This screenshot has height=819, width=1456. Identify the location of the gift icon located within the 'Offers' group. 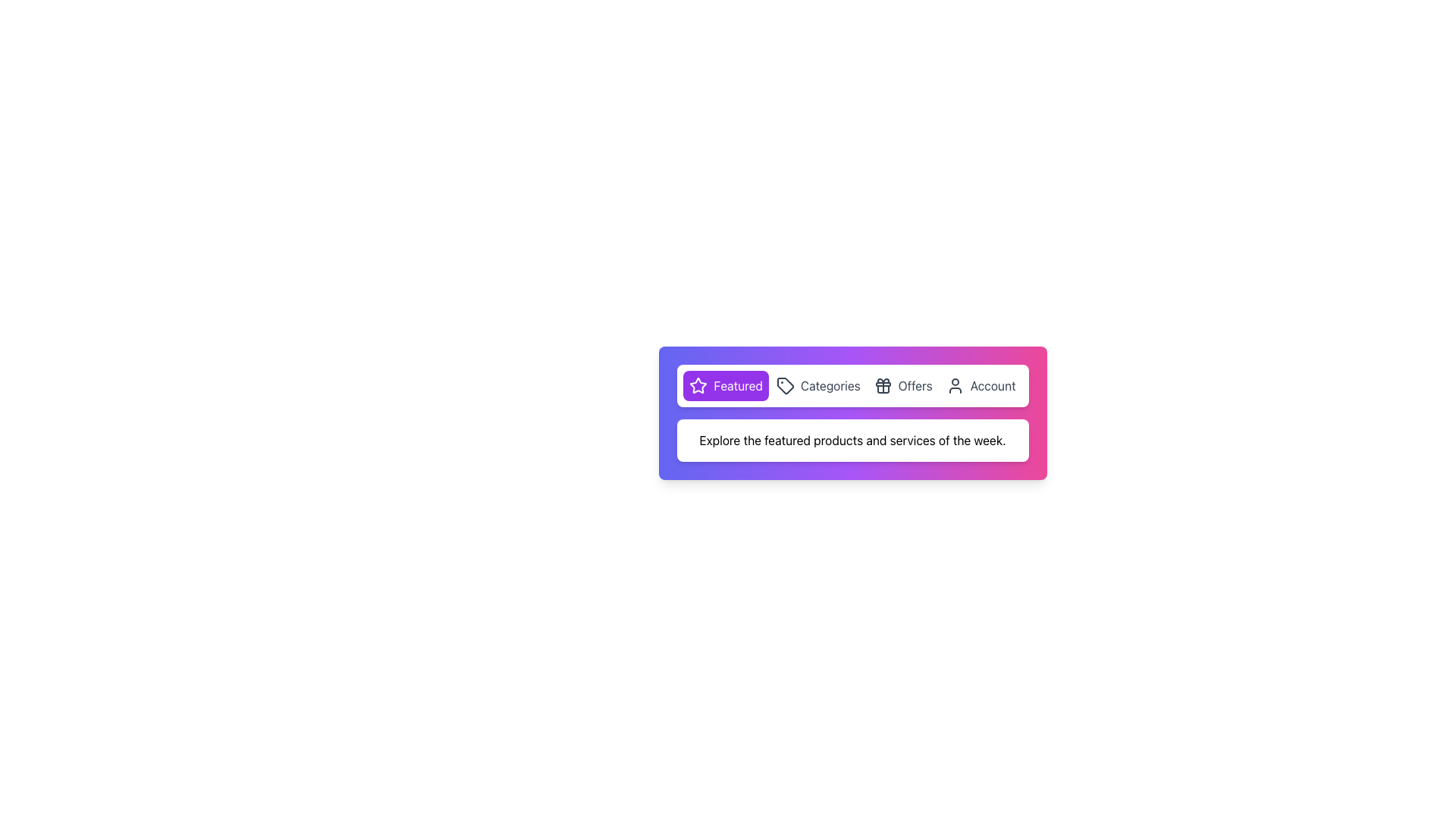
(883, 385).